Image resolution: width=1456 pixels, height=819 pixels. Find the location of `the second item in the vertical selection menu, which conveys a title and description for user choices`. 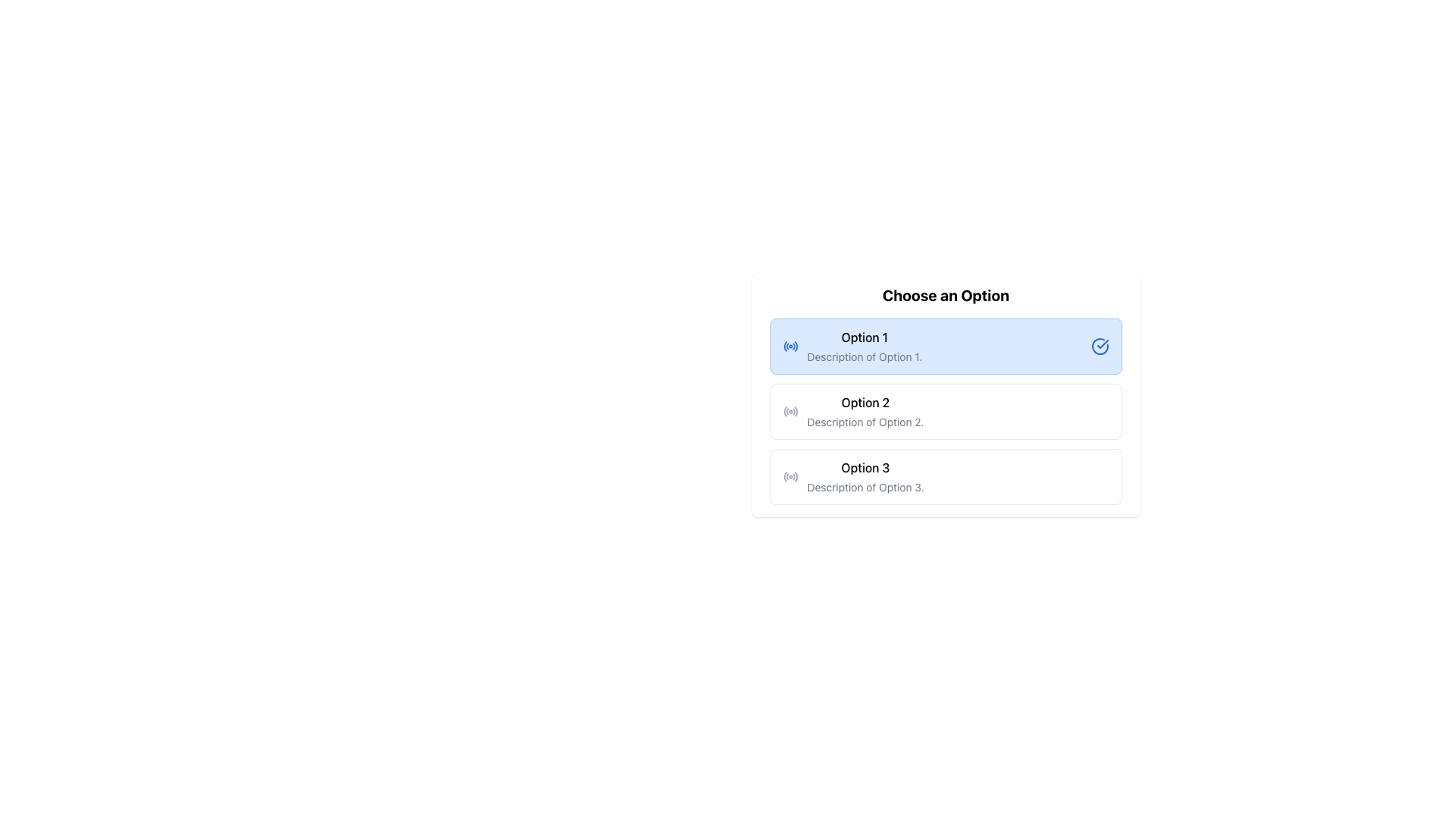

the second item in the vertical selection menu, which conveys a title and description for user choices is located at coordinates (865, 412).